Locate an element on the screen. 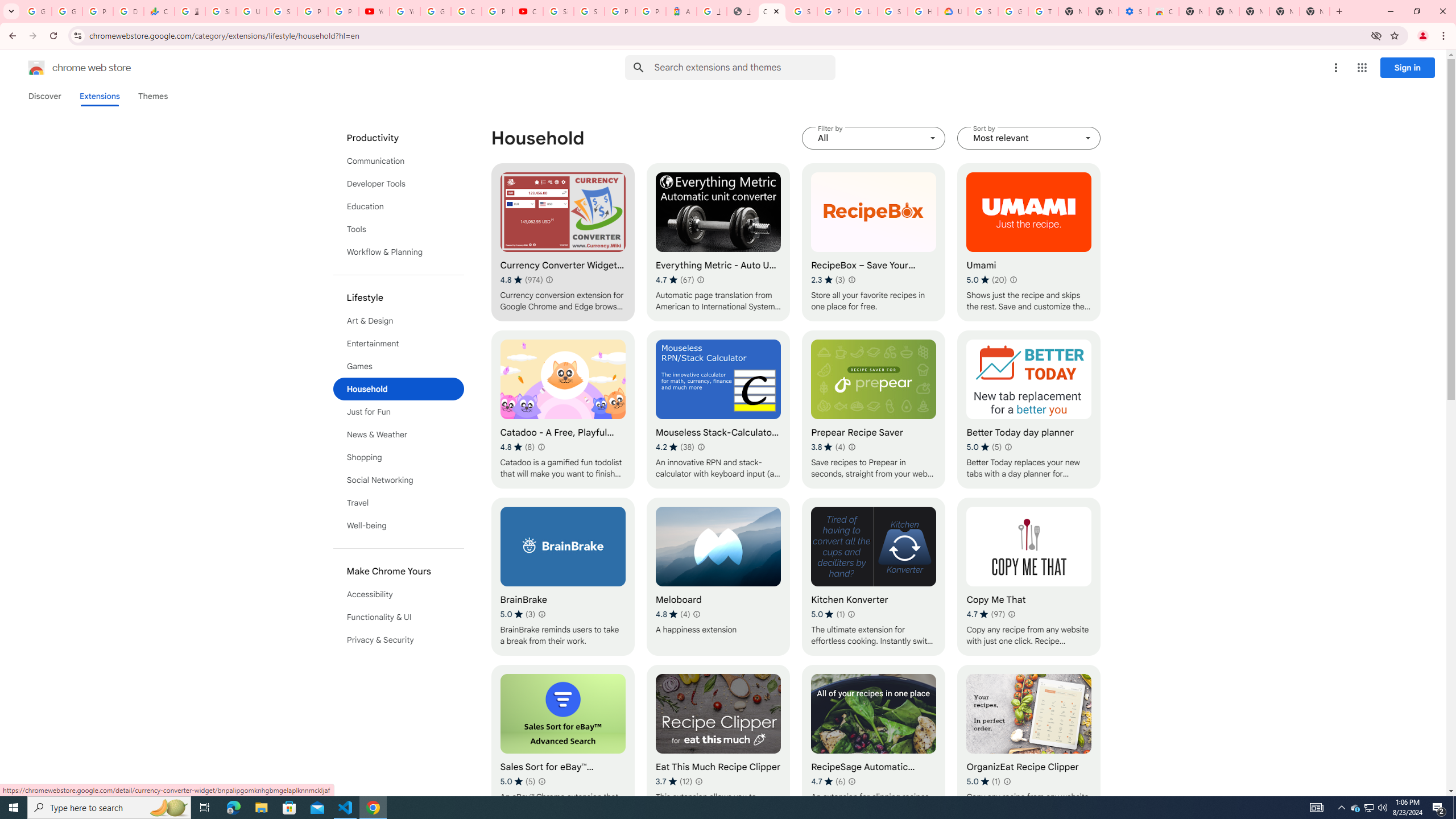 The height and width of the screenshot is (819, 1456). 'More options menu' is located at coordinates (1335, 67).